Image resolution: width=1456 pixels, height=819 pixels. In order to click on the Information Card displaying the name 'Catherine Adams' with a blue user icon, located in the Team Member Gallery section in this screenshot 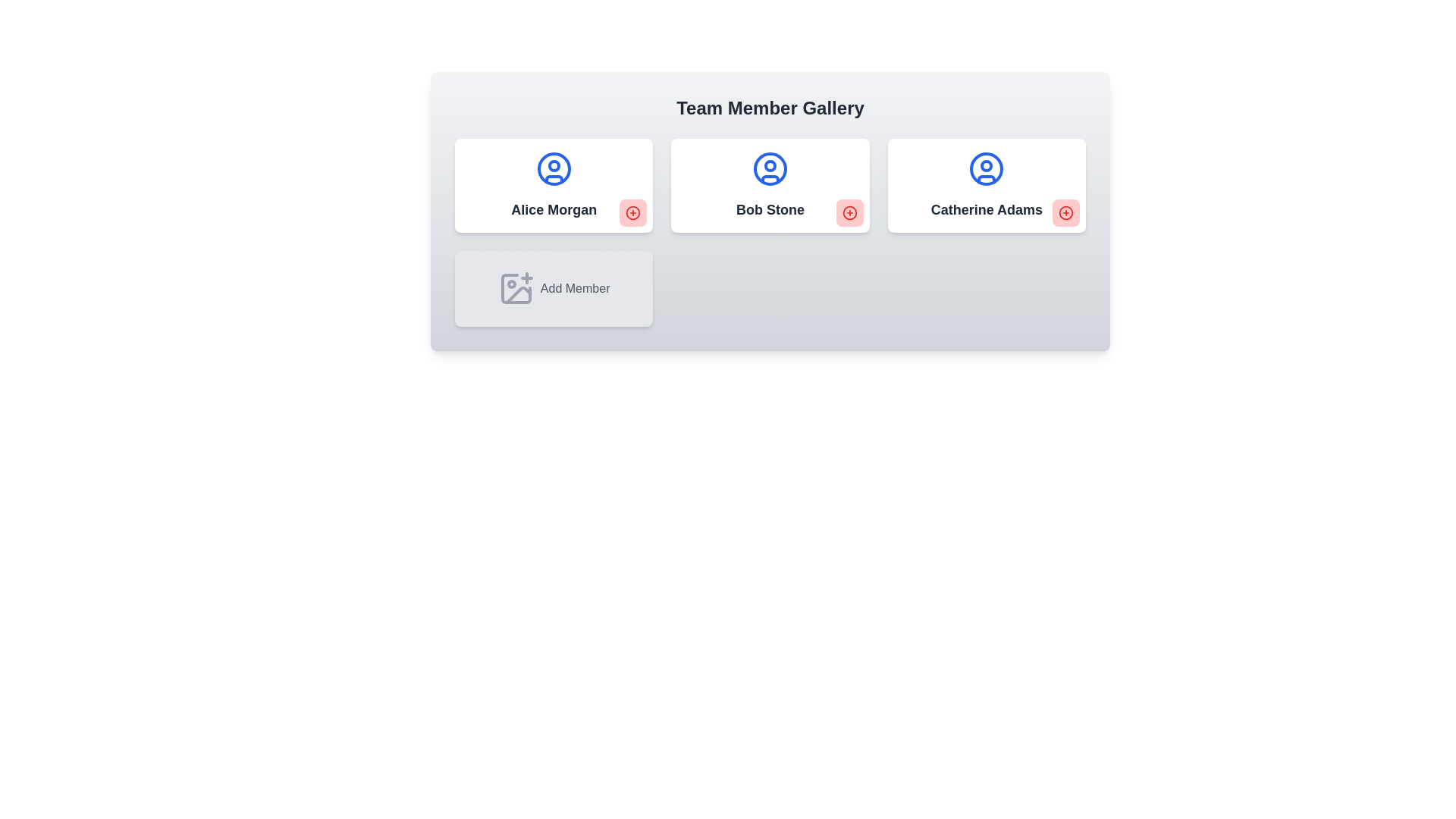, I will do `click(986, 185)`.